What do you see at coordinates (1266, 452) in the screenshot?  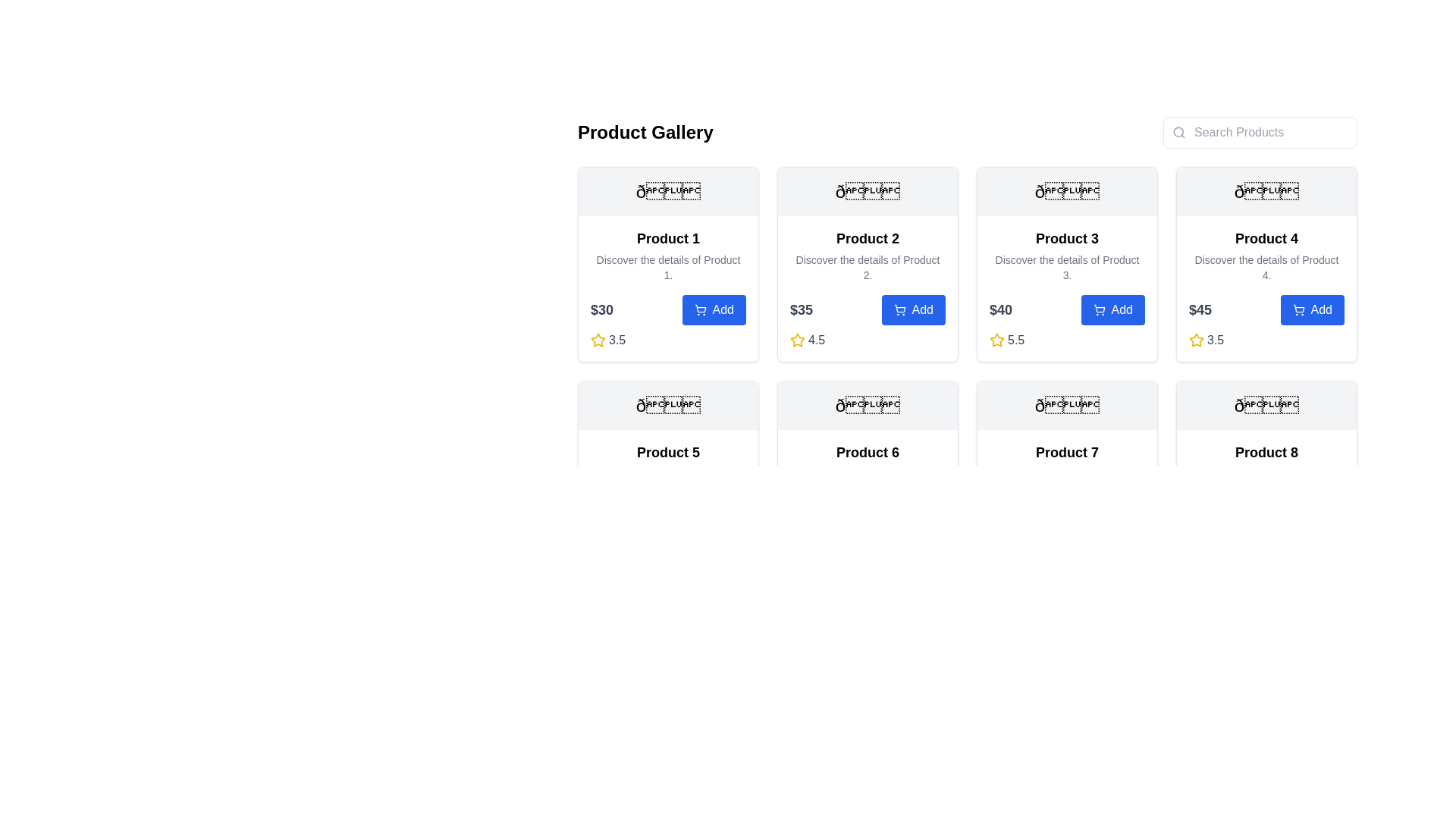 I see `the product name labeled 'Product 8', which is a bold text heading centrally aligned in the bottom-right panel of the product gallery` at bounding box center [1266, 452].